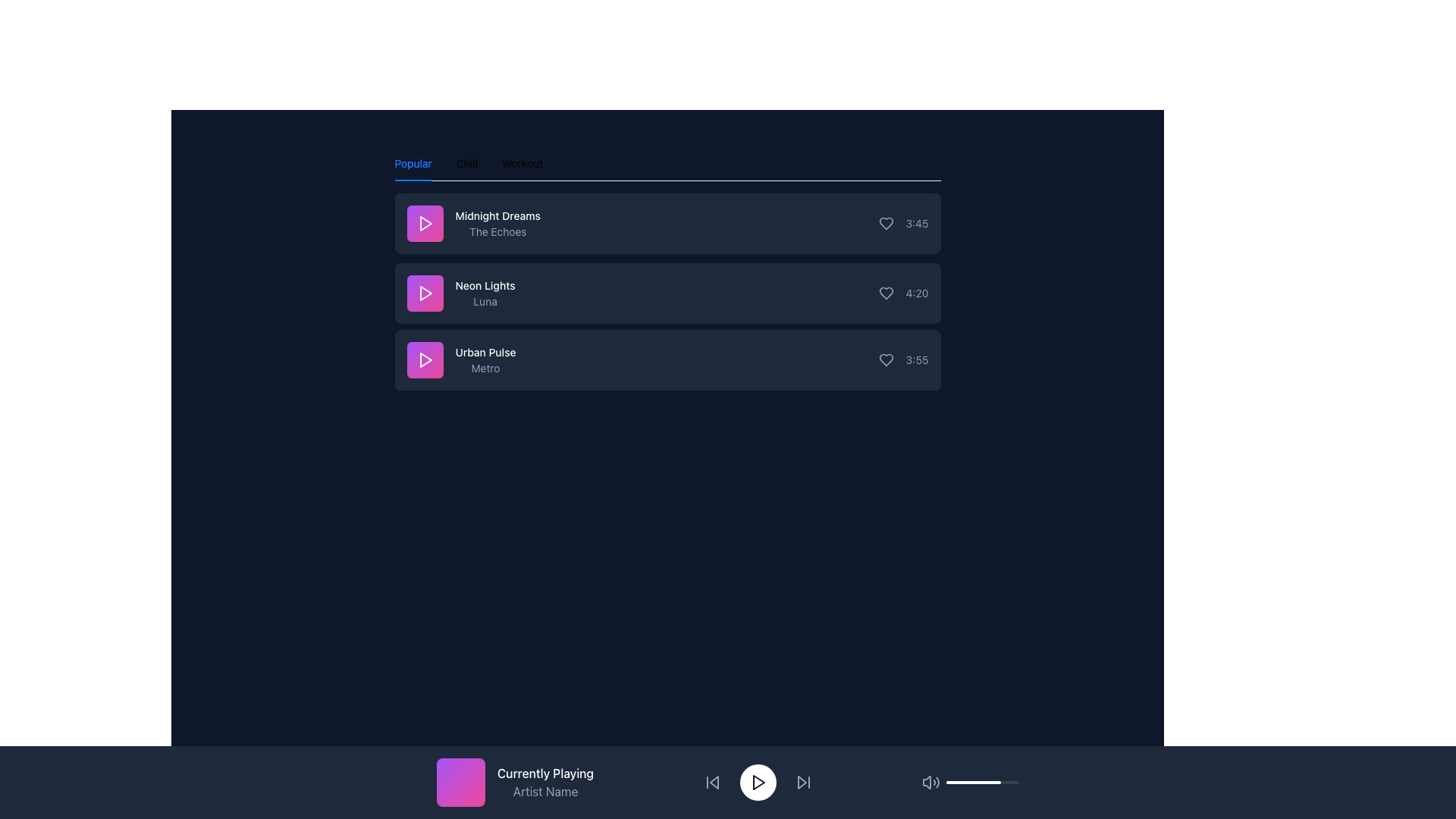  What do you see at coordinates (497, 231) in the screenshot?
I see `the text label displaying 'The Echoes', which is styled in a small font size and light gray color, positioned beneath 'Midnight Dreams' in the first item of the 'Popular' list category` at bounding box center [497, 231].